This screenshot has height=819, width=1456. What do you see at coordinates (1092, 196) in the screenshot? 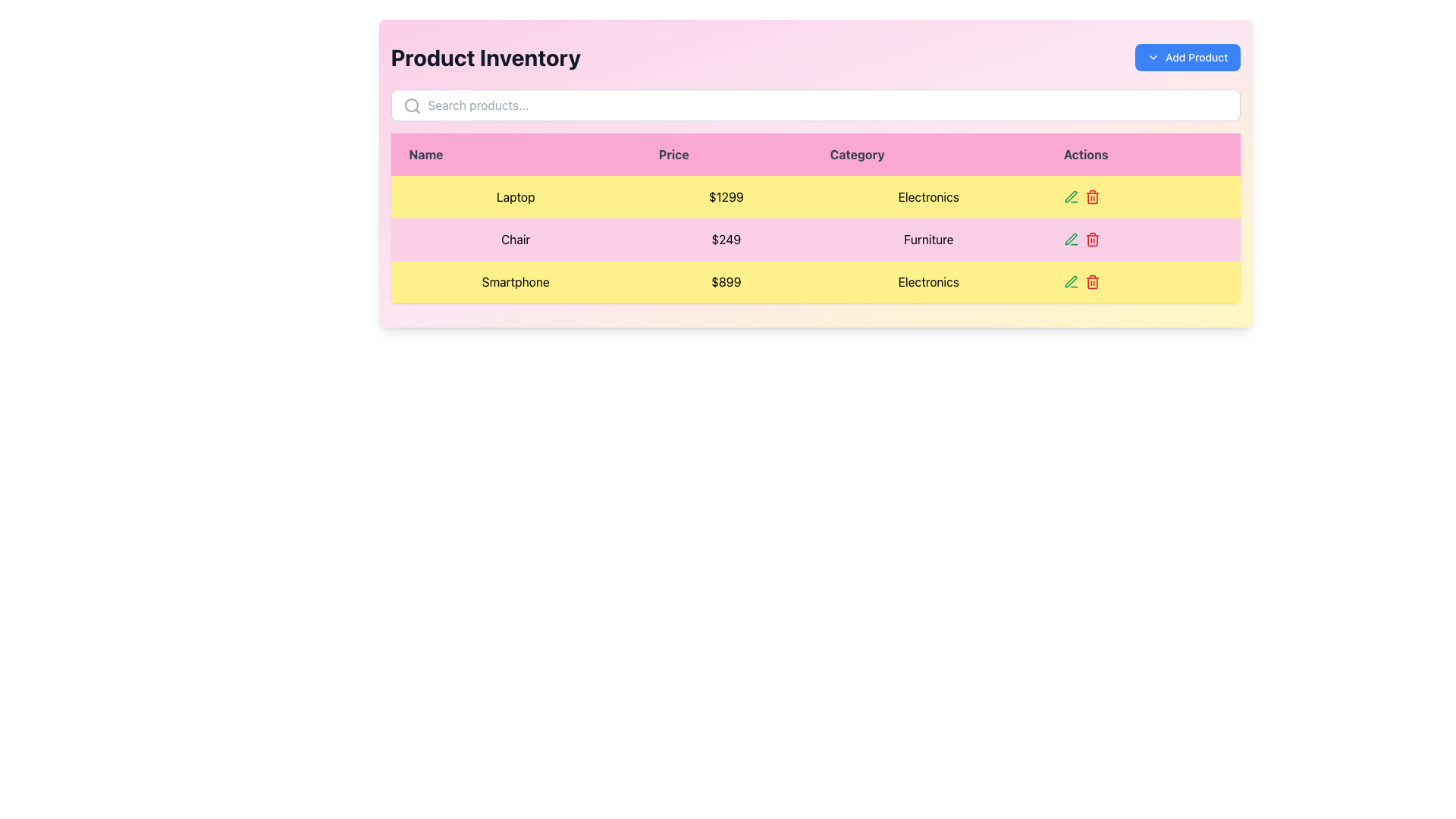
I see `the red trash bin icon in the 'Actions' column, specifically in the third row associated with the 'Smartphone' item` at bounding box center [1092, 196].